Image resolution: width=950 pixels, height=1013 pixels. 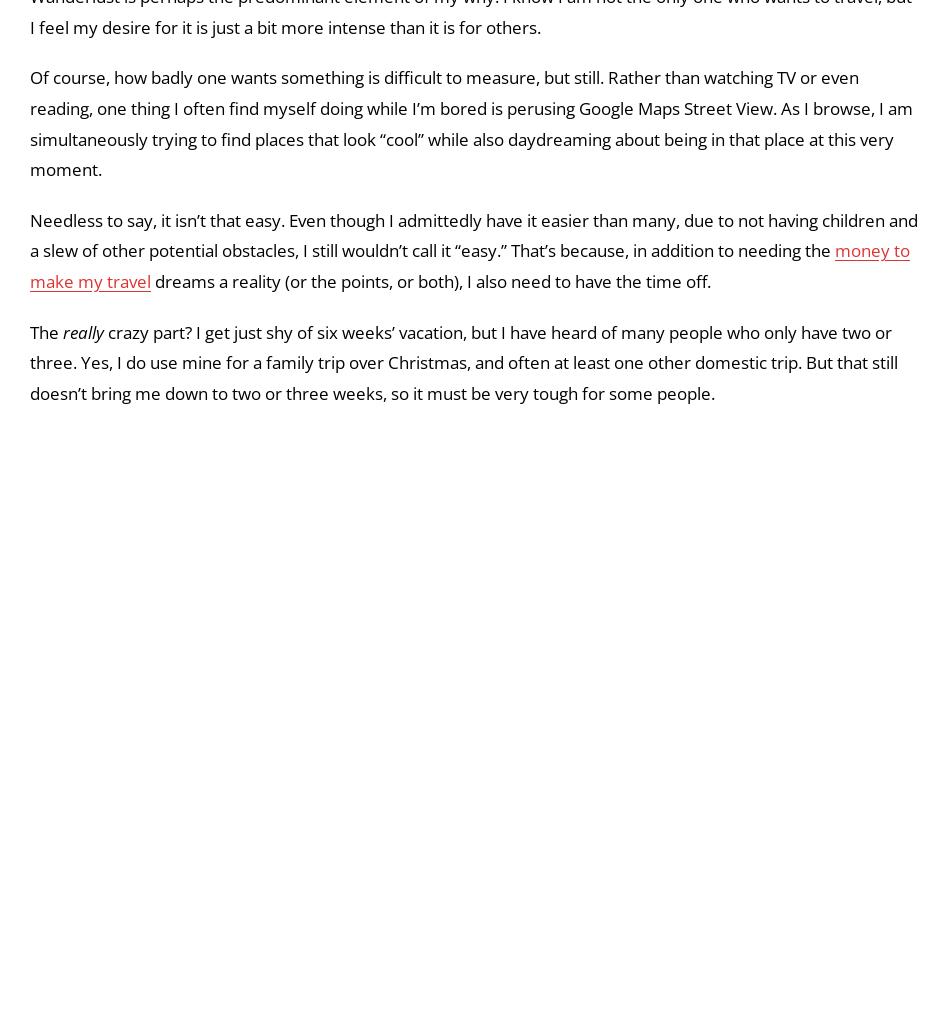 What do you see at coordinates (451, 122) in the screenshot?
I see `', I'` at bounding box center [451, 122].